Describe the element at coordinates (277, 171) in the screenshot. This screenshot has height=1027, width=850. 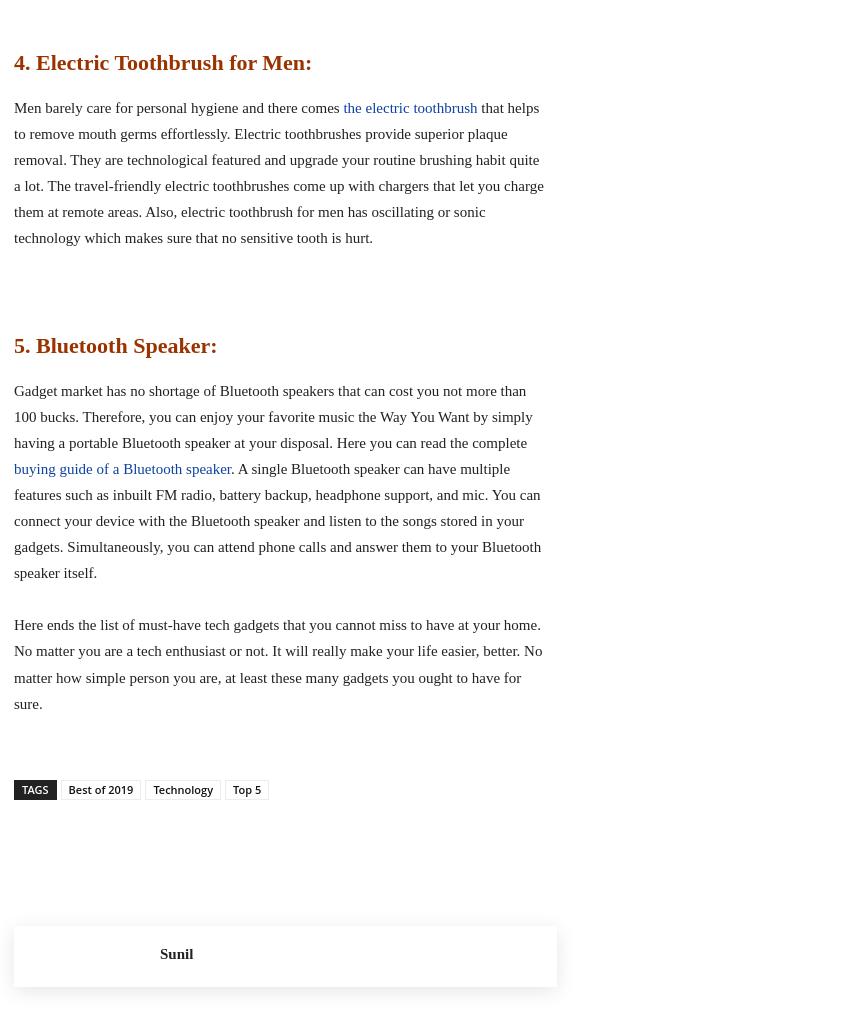
I see `'that helps to remove mouth germs effortlessly. Electric toothbrushes provide superior plaque removal. They are technological featured and upgrade your routine brushing habit quite a lot. The travel-friendly electric toothbrushes come up with chargers that let you charge them at remote areas. Also, electric toothbrush for men has oscillating or sonic technology which makes sure that no sensitive tooth is hurt.'` at that location.